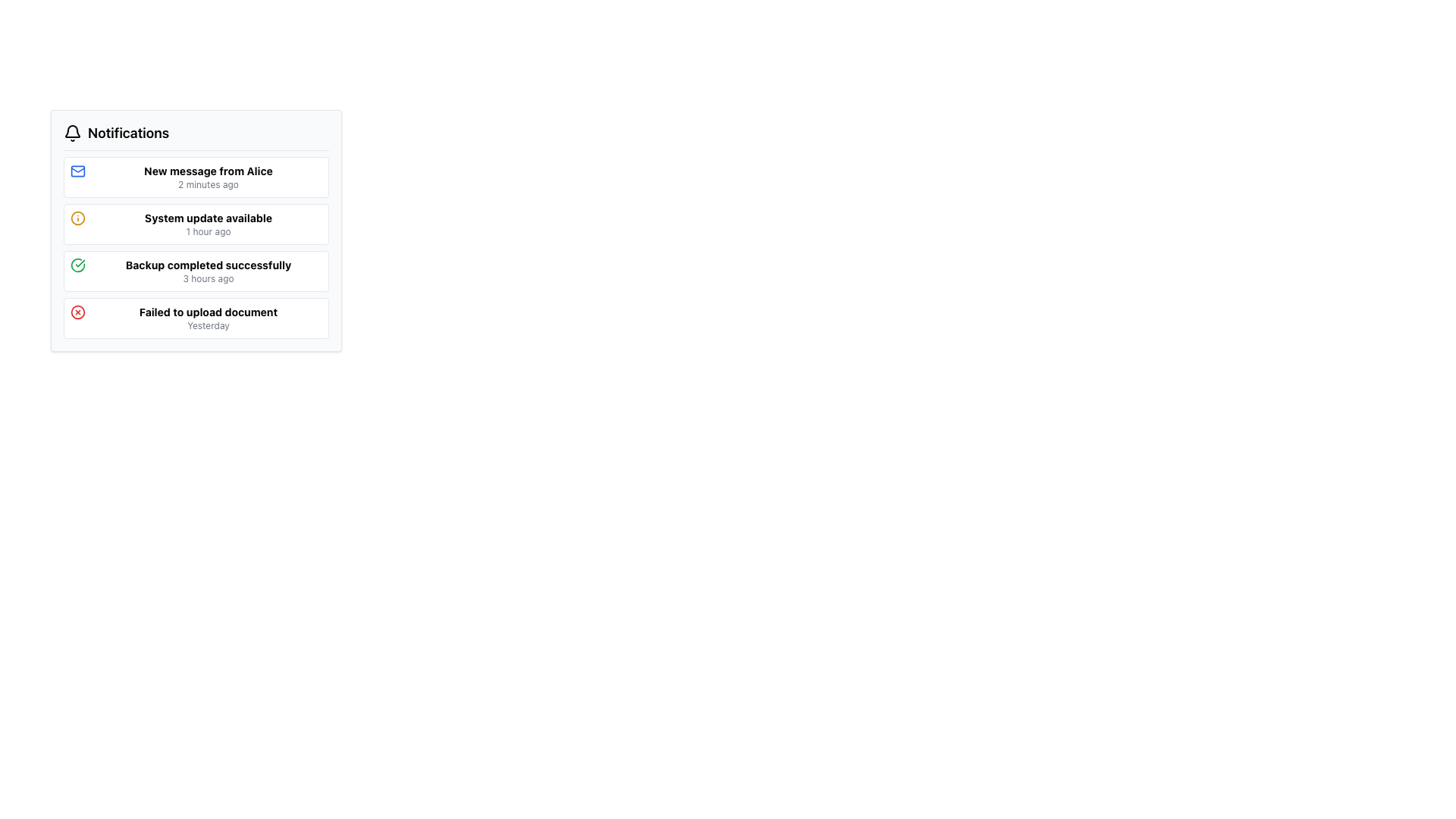 The width and height of the screenshot is (1456, 819). What do you see at coordinates (207, 177) in the screenshot?
I see `the first notification item in the notification panel that indicates a new message from Alice, received 2 minutes ago` at bounding box center [207, 177].